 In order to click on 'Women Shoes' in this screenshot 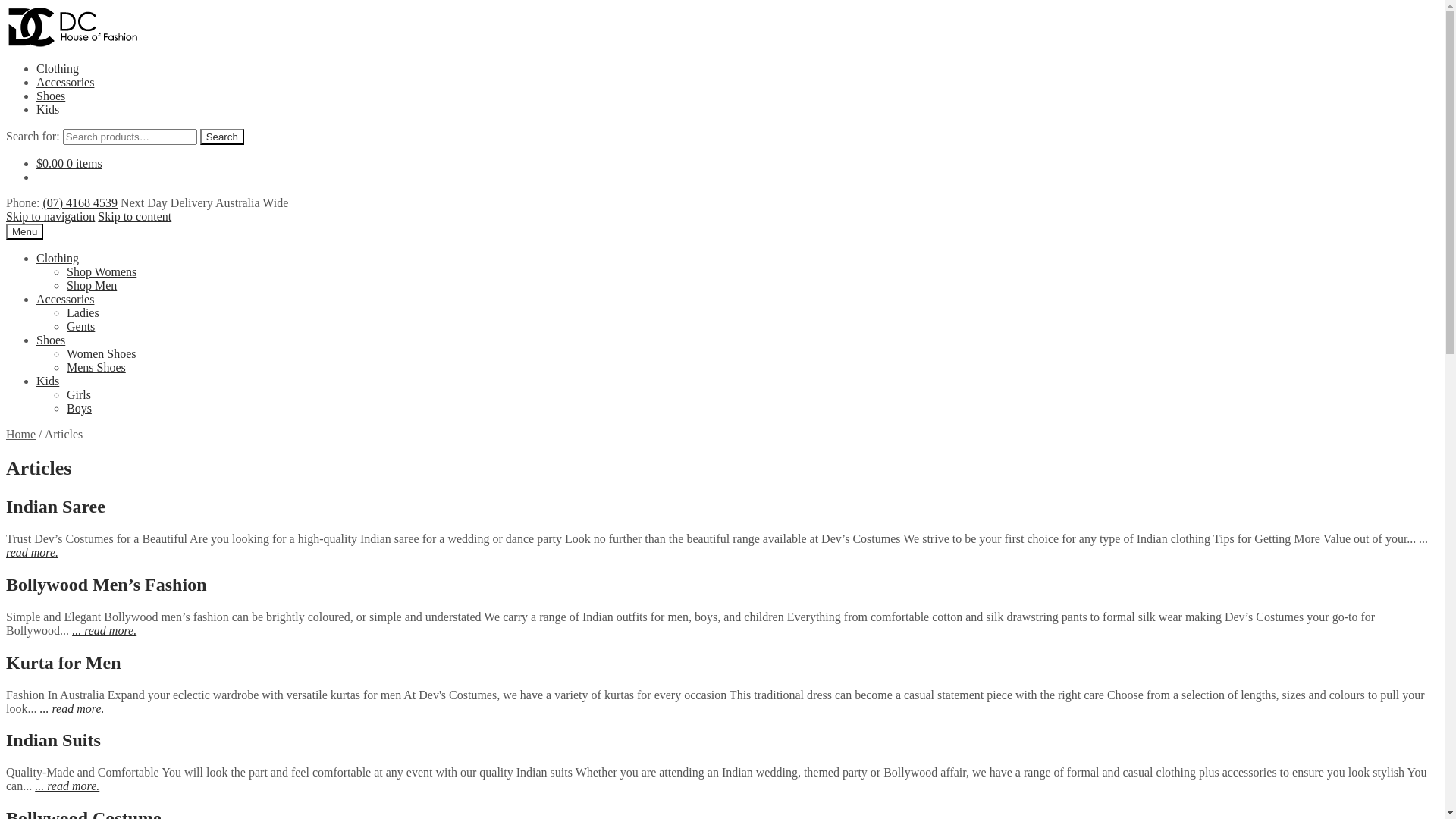, I will do `click(65, 353)`.